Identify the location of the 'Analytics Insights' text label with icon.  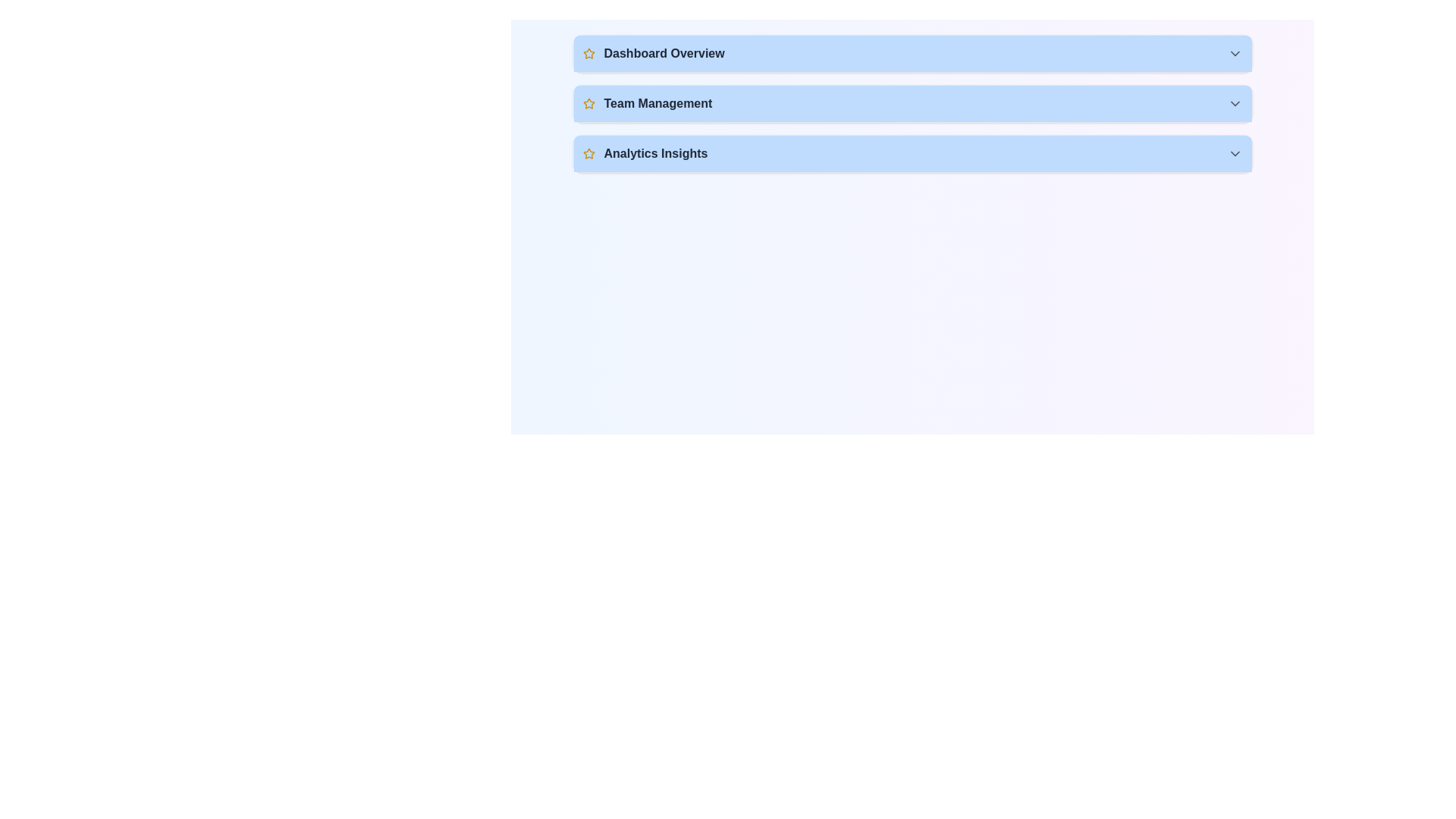
(645, 154).